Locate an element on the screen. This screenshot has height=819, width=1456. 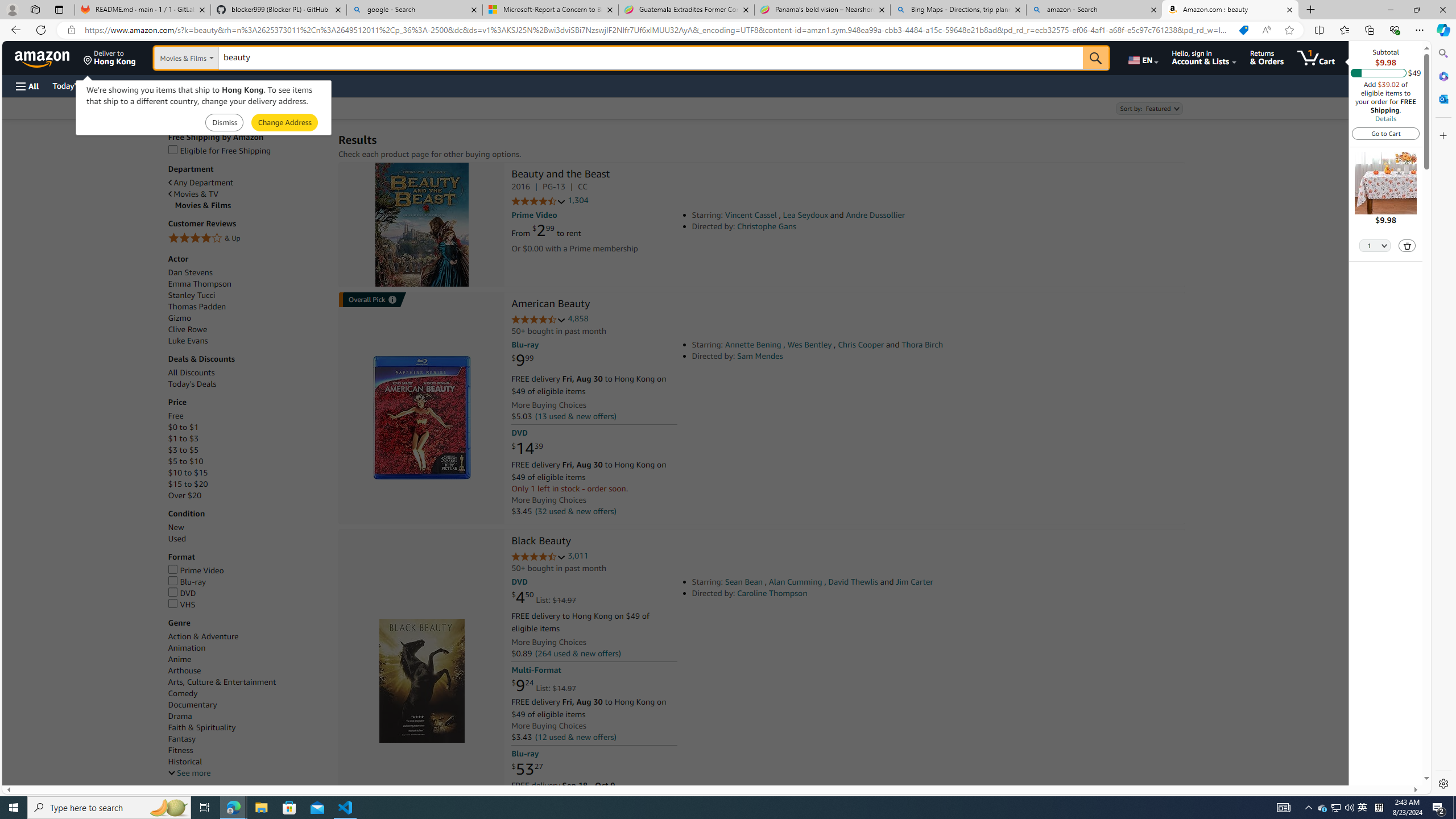
'Drama' is located at coordinates (247, 717).